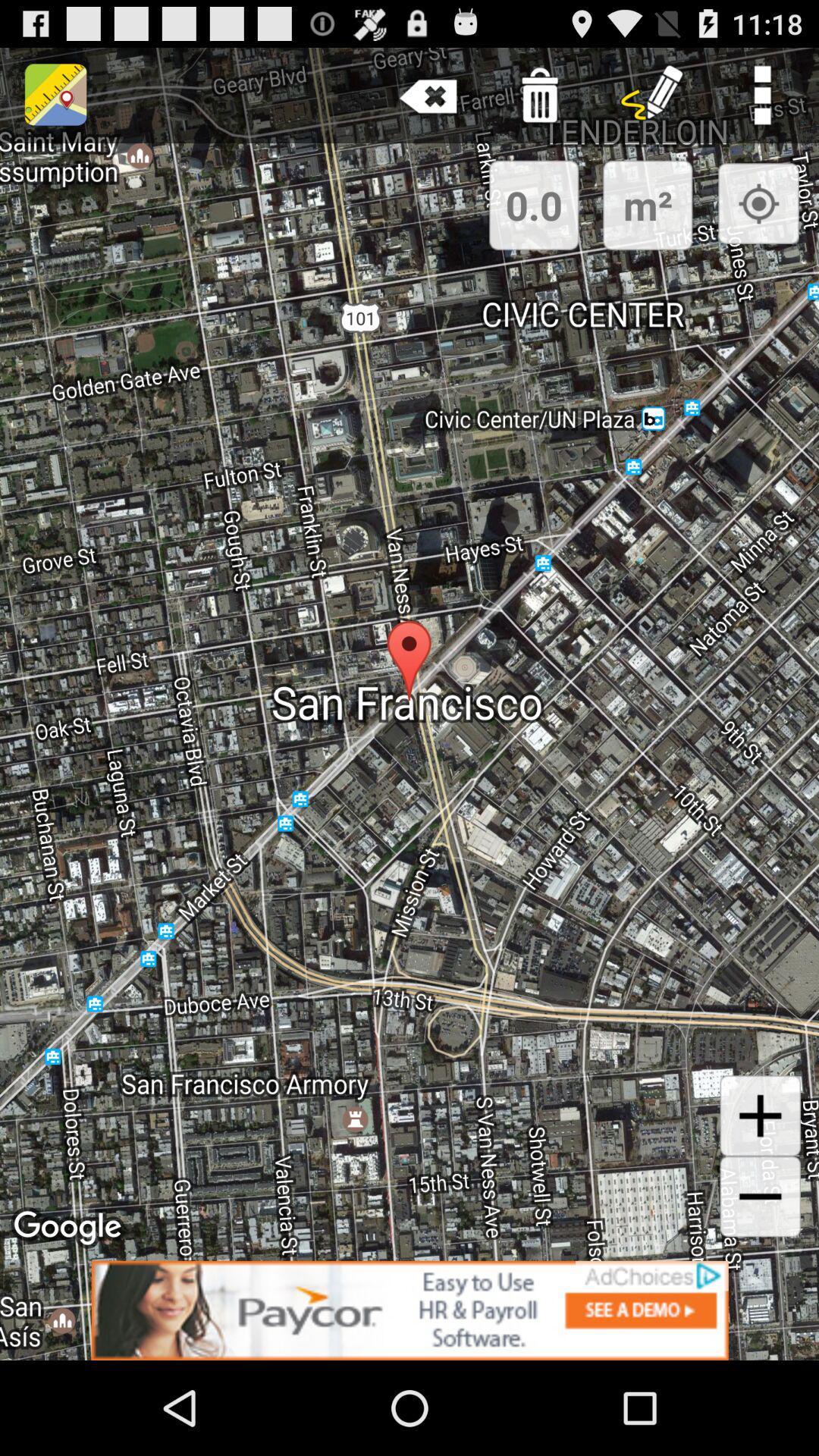  Describe the element at coordinates (409, 1310) in the screenshot. I see `advertisement` at that location.